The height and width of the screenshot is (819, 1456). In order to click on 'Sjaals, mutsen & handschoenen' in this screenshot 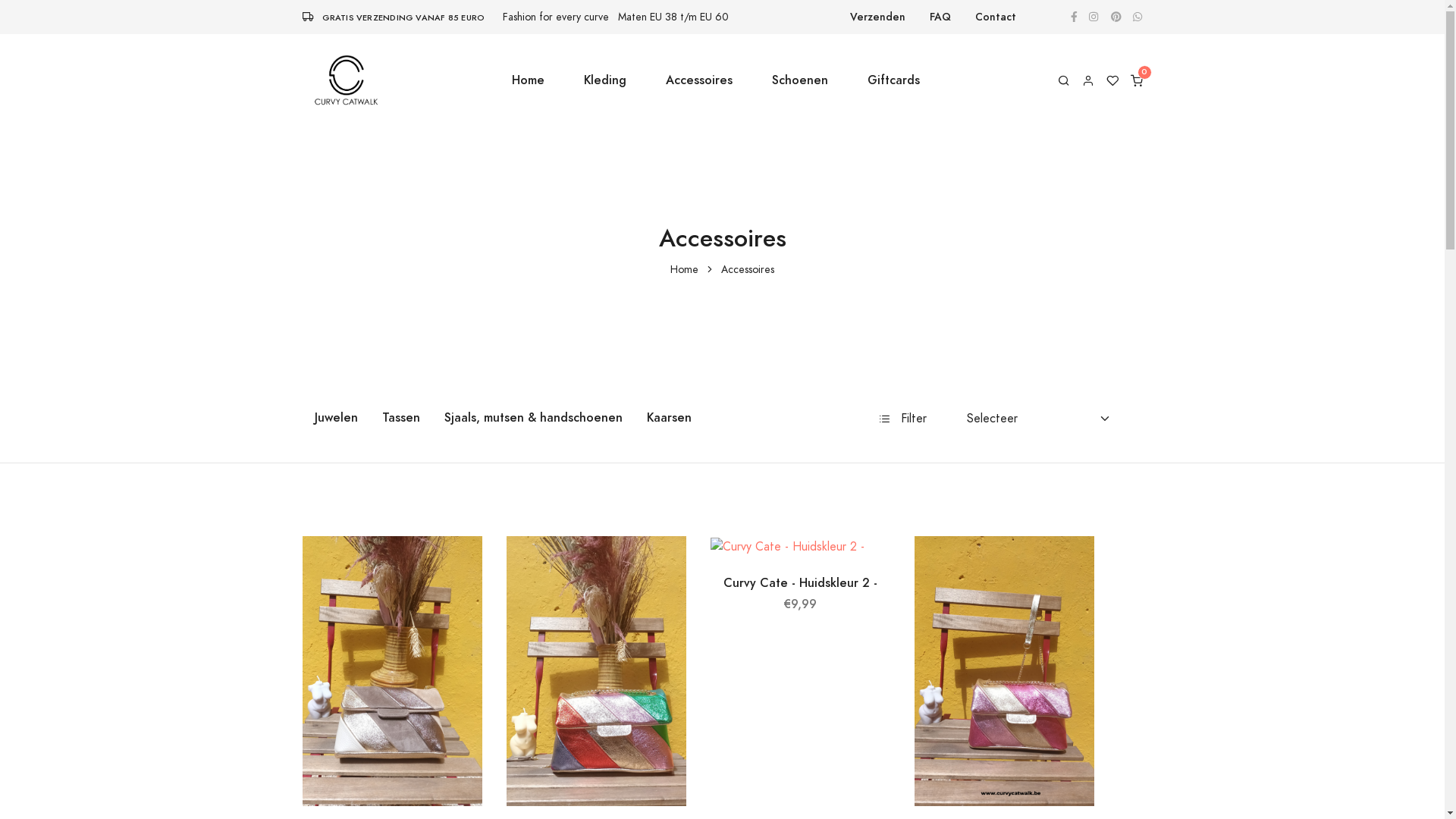, I will do `click(533, 418)`.